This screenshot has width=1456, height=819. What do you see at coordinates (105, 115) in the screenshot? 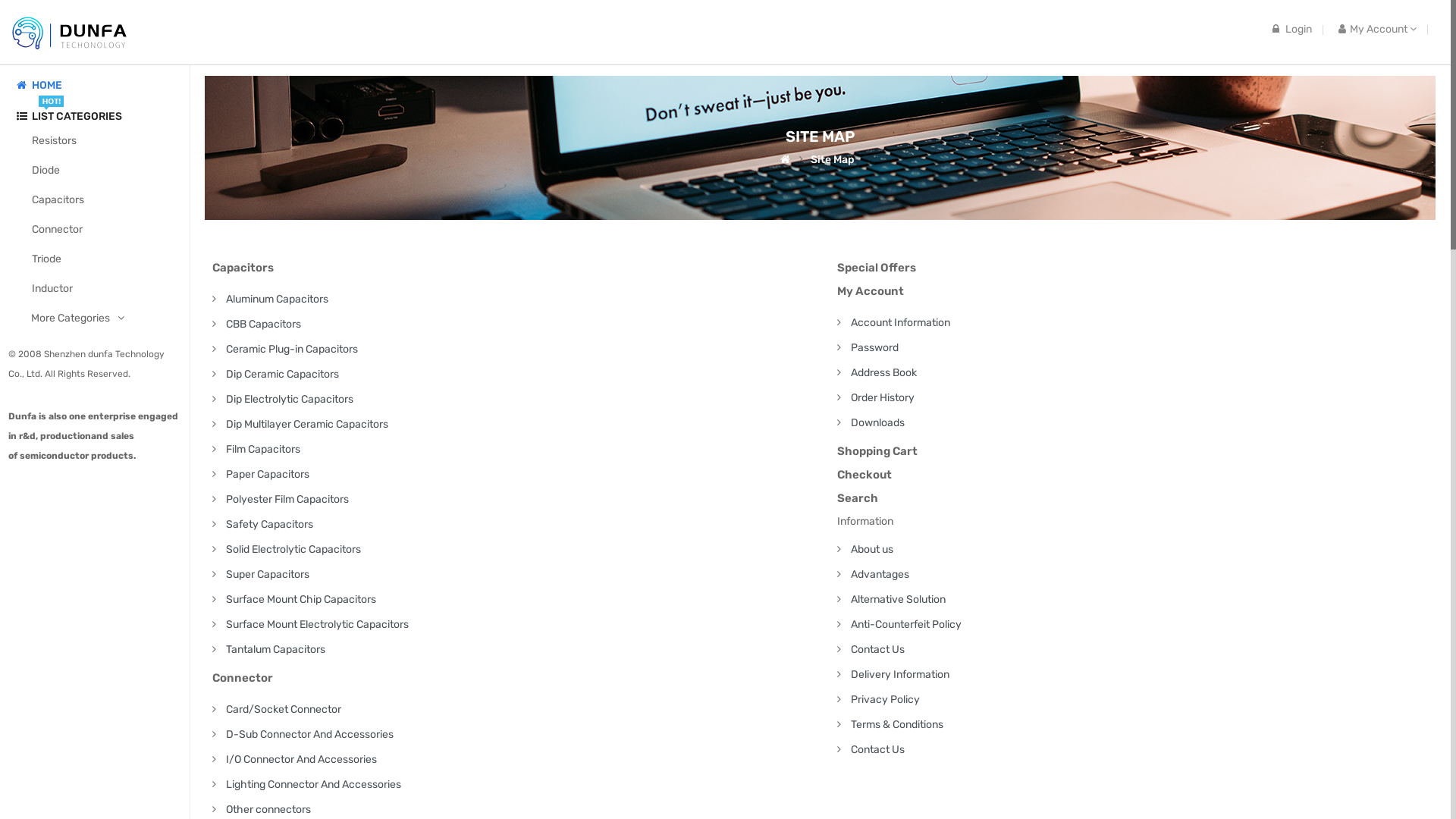
I see `'LIST CATEGORIES'` at bounding box center [105, 115].